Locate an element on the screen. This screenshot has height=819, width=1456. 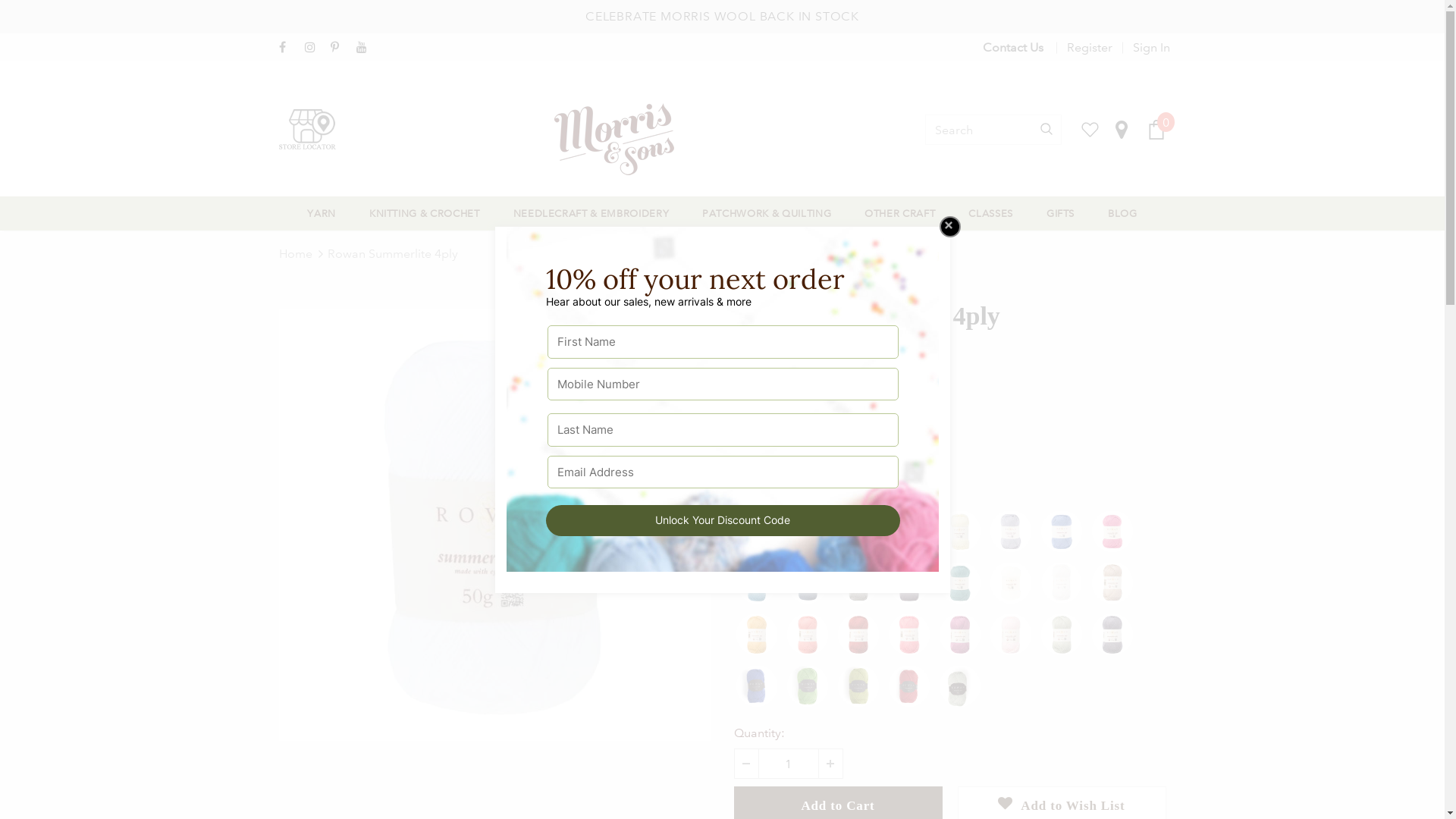
'Sign In' is located at coordinates (1146, 46).